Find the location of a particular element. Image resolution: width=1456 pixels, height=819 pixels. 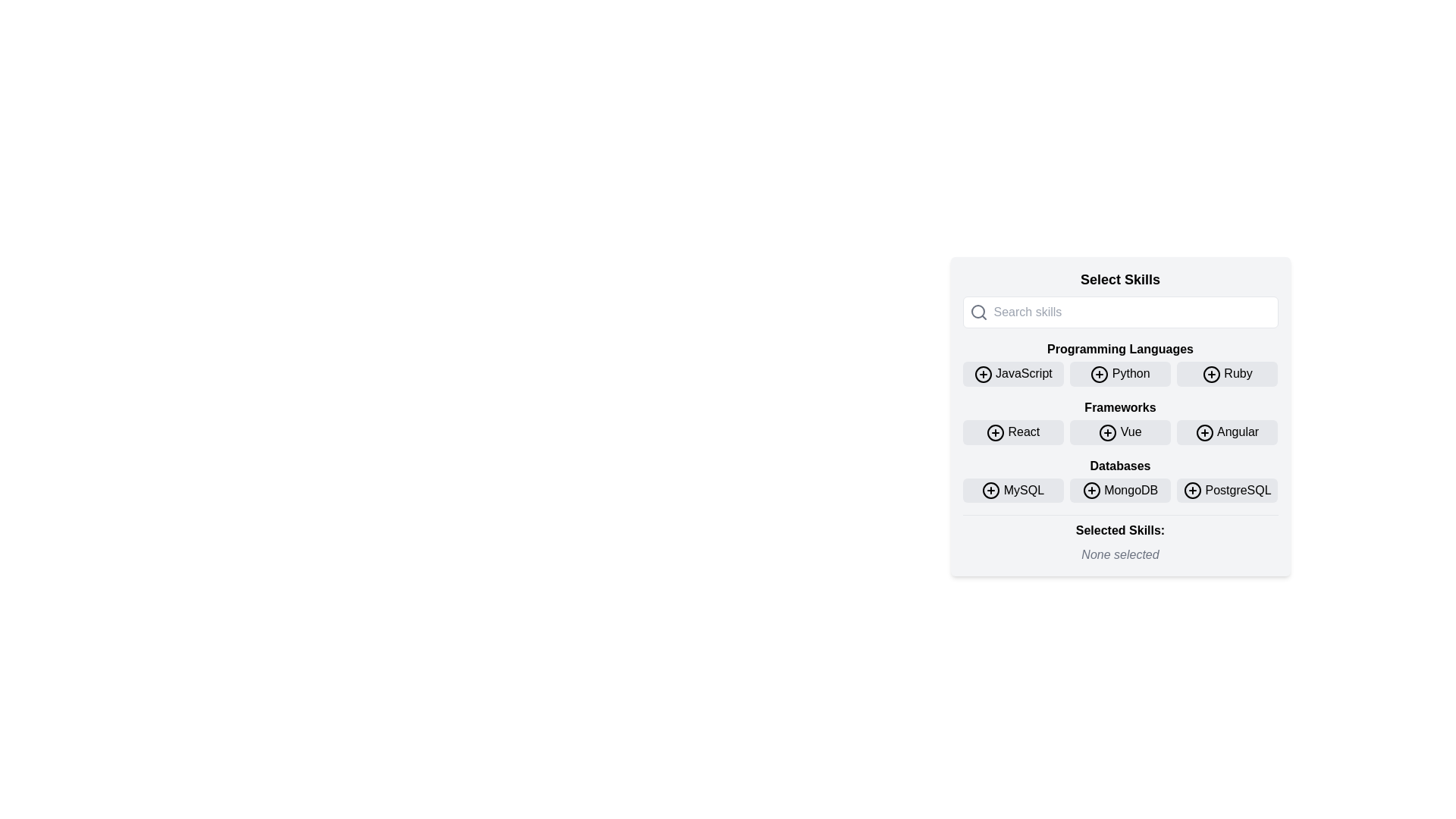

the circular icon button with a '+' symbol located on the left side of the 'MongoDB' button is located at coordinates (1090, 491).